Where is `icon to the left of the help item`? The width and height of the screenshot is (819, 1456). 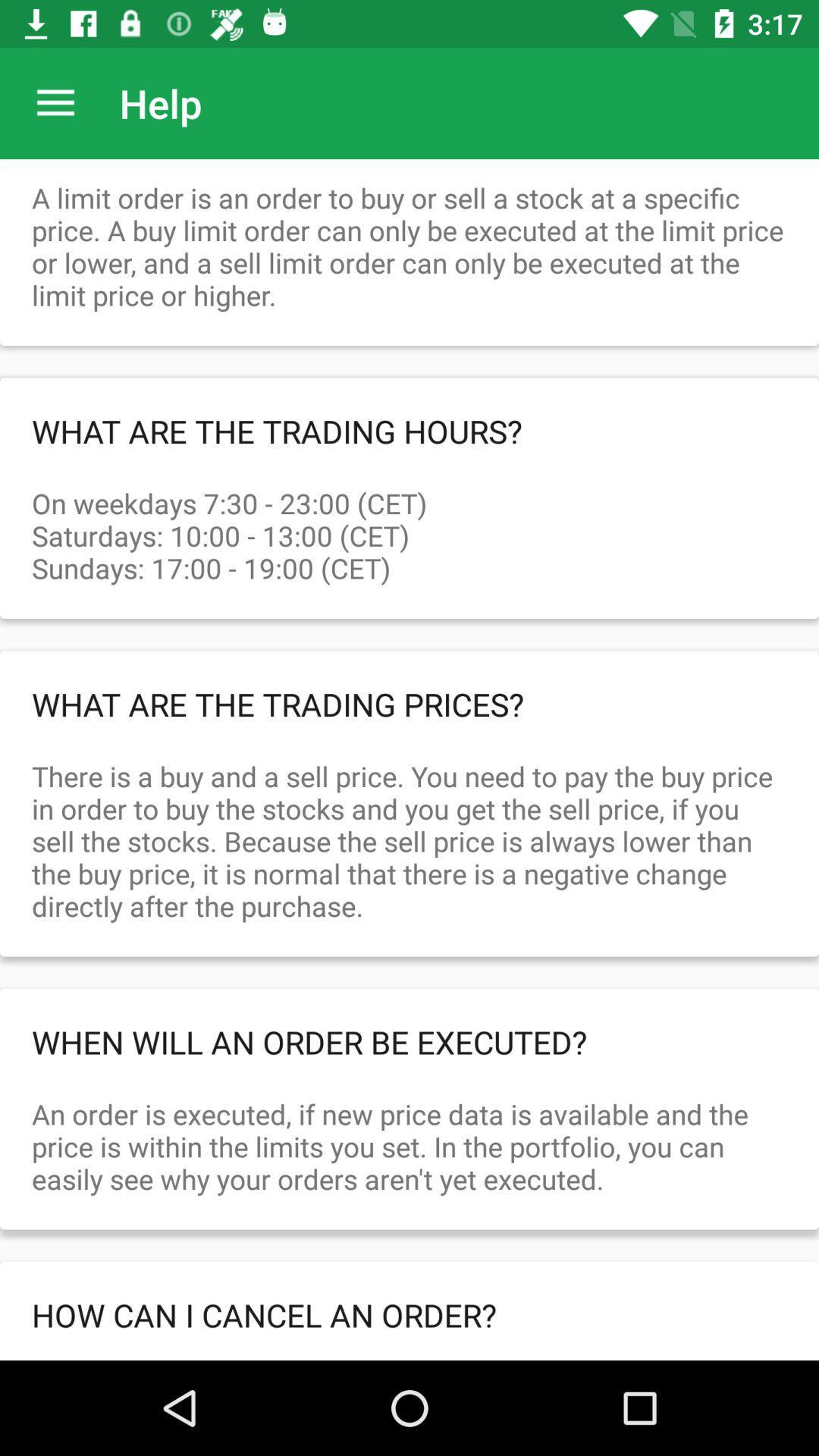
icon to the left of the help item is located at coordinates (55, 102).